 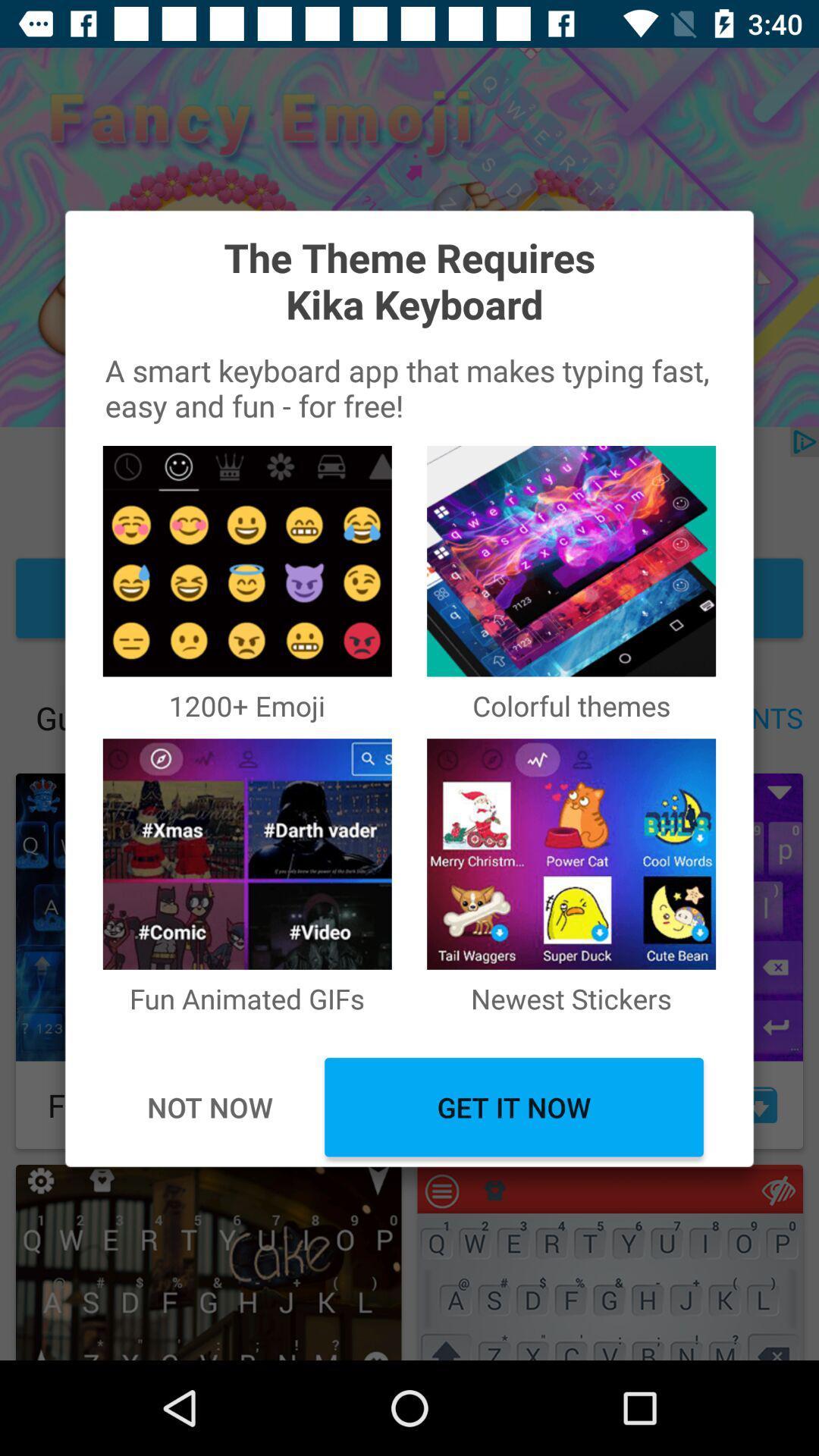 What do you see at coordinates (209, 1107) in the screenshot?
I see `not now item` at bounding box center [209, 1107].